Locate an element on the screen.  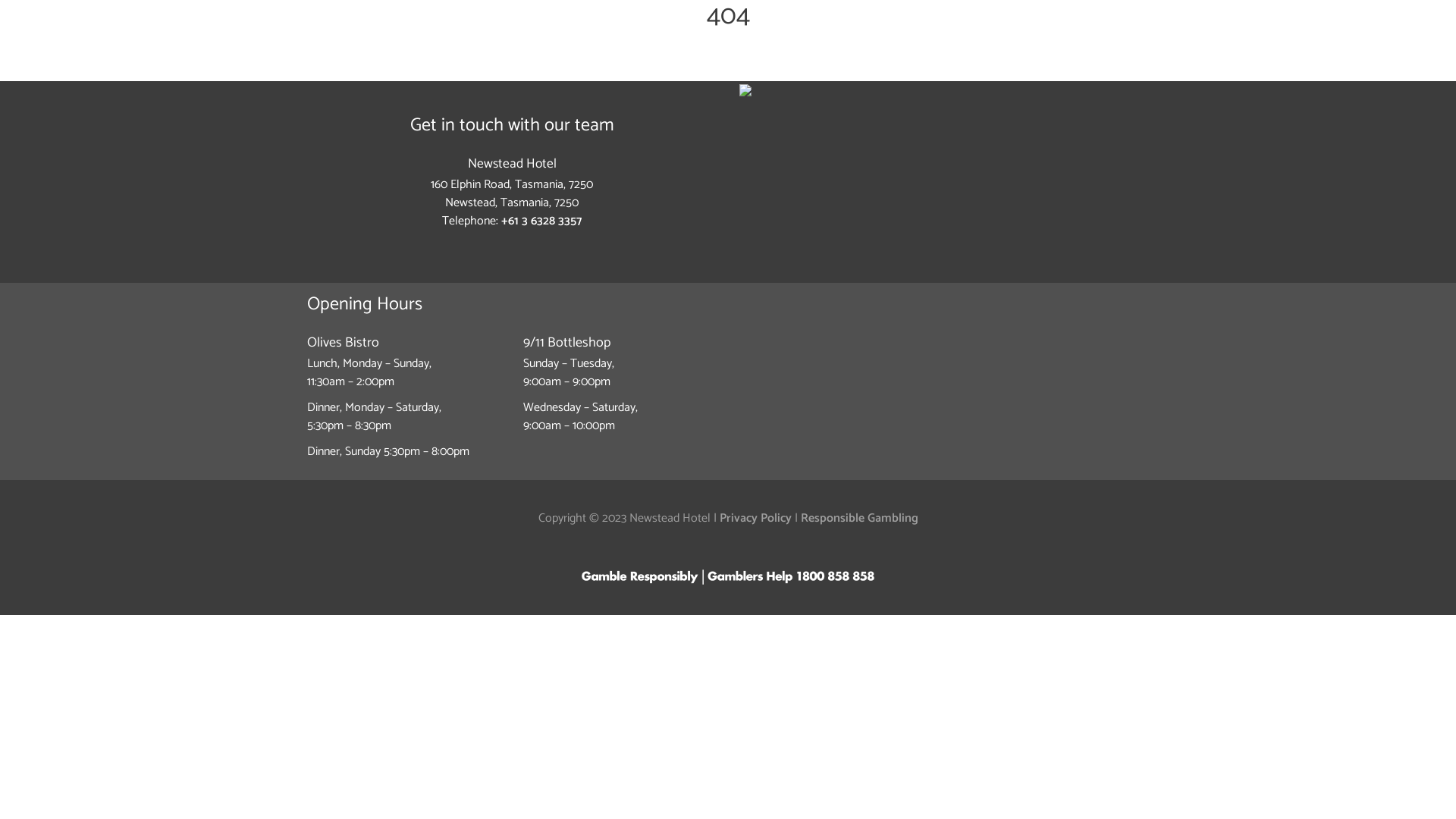
'Responsible Gambling' is located at coordinates (800, 517).